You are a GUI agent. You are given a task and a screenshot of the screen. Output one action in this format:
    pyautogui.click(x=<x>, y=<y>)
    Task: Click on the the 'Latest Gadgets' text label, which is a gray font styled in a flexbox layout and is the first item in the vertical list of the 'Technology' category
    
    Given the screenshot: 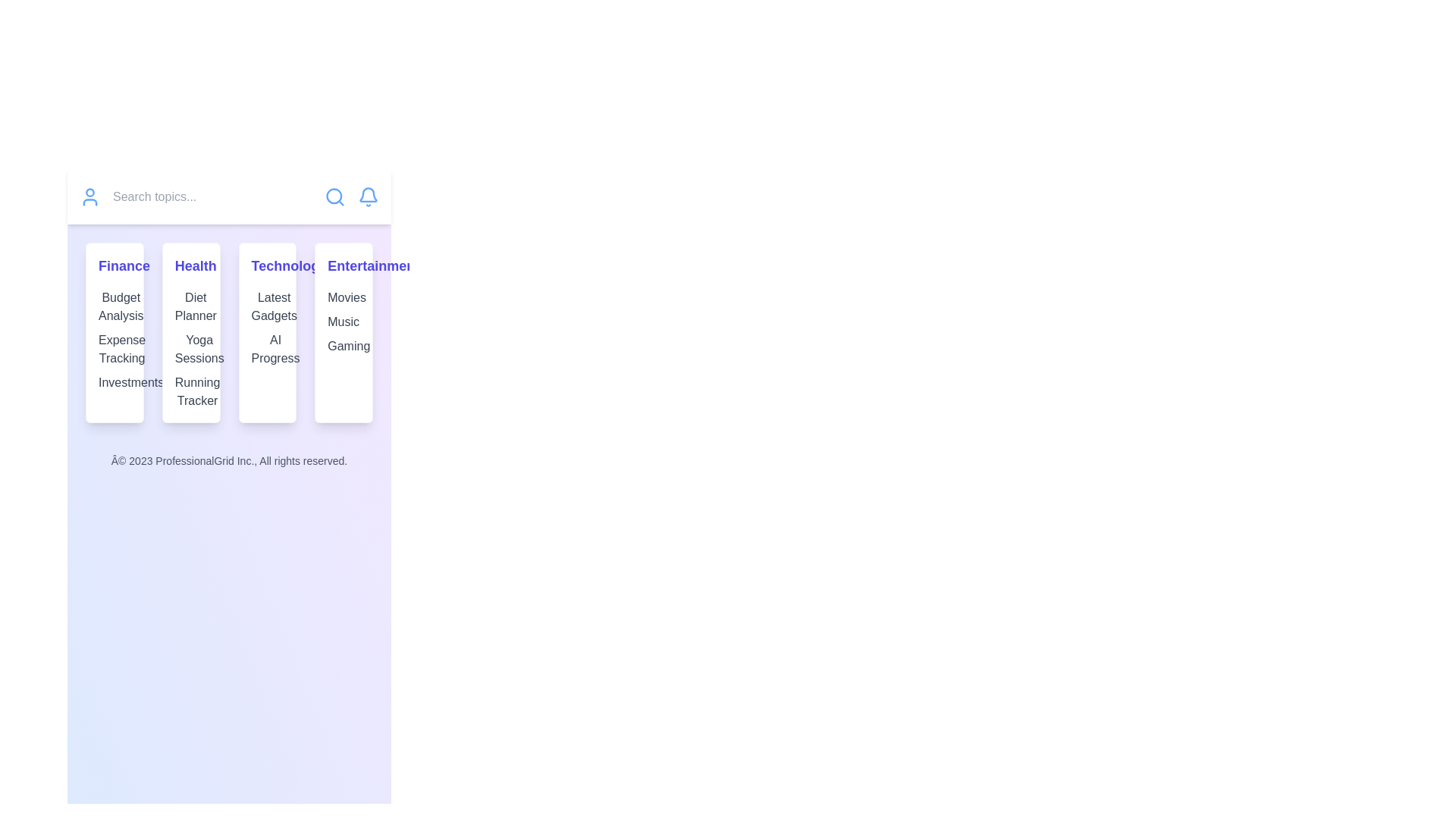 What is the action you would take?
    pyautogui.click(x=267, y=307)
    